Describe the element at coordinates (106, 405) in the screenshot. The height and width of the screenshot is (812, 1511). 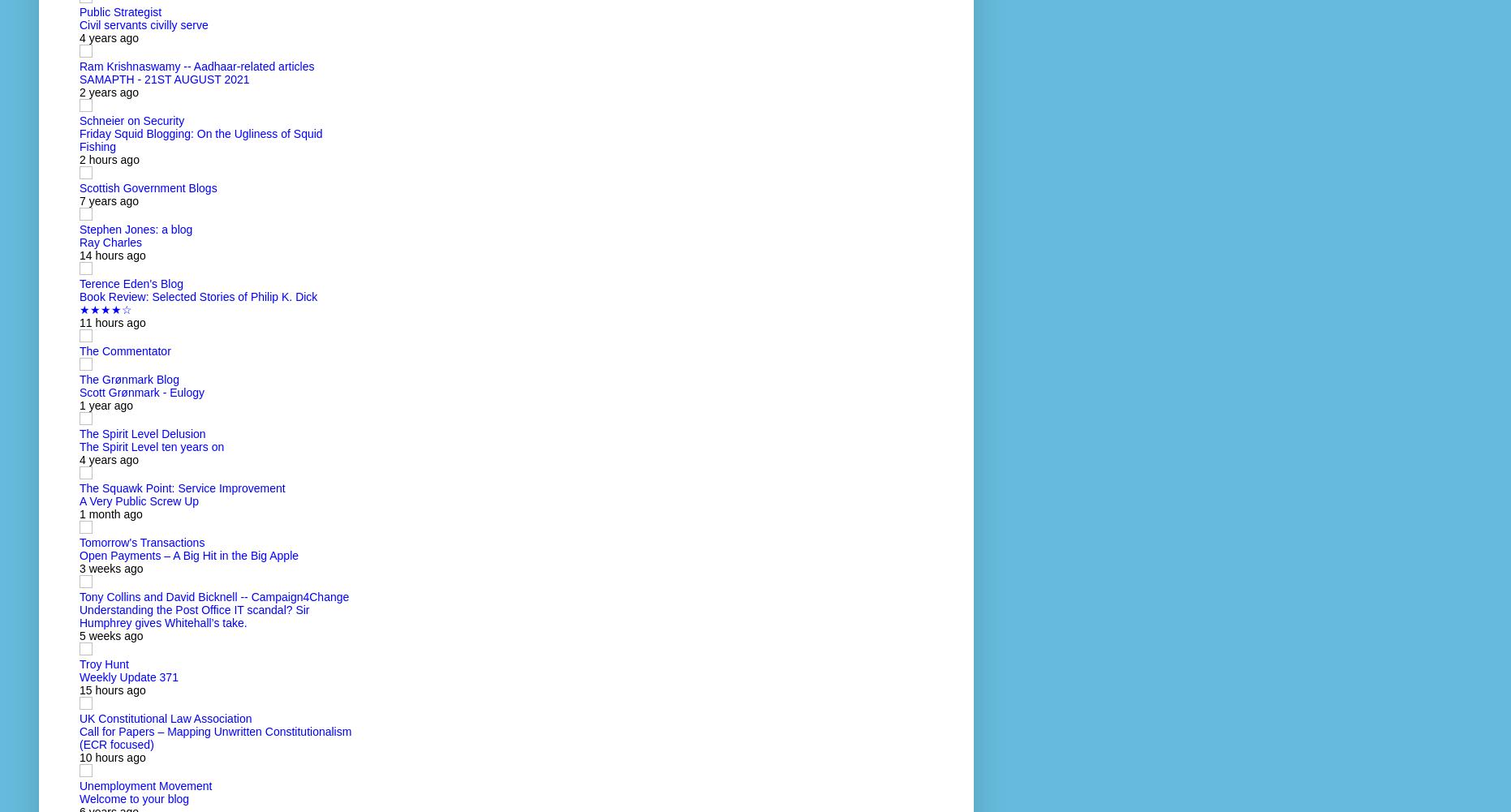
I see `'1 year ago'` at that location.